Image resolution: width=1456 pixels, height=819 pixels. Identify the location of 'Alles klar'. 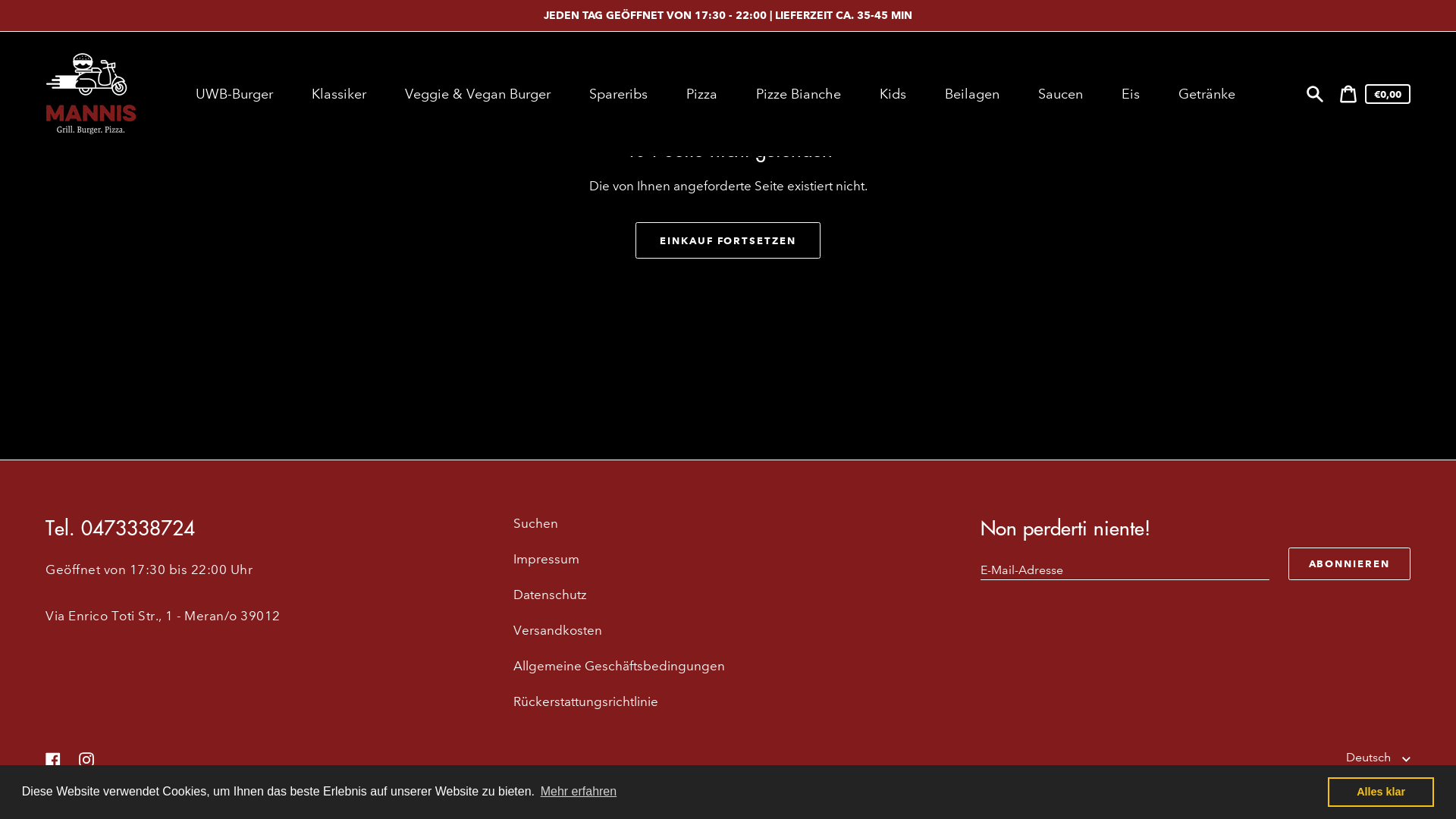
(1380, 791).